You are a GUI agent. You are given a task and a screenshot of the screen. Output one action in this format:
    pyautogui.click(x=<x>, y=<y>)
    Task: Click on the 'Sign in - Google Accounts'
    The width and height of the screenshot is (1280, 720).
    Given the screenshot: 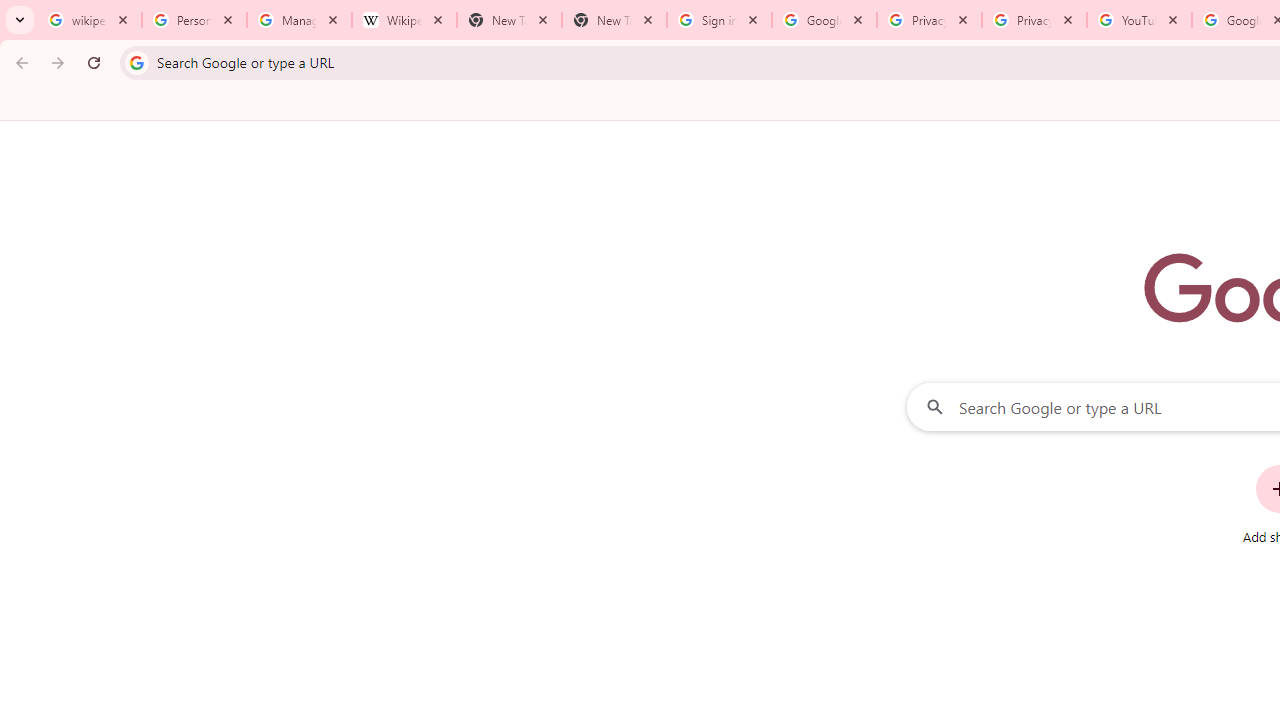 What is the action you would take?
    pyautogui.click(x=719, y=20)
    